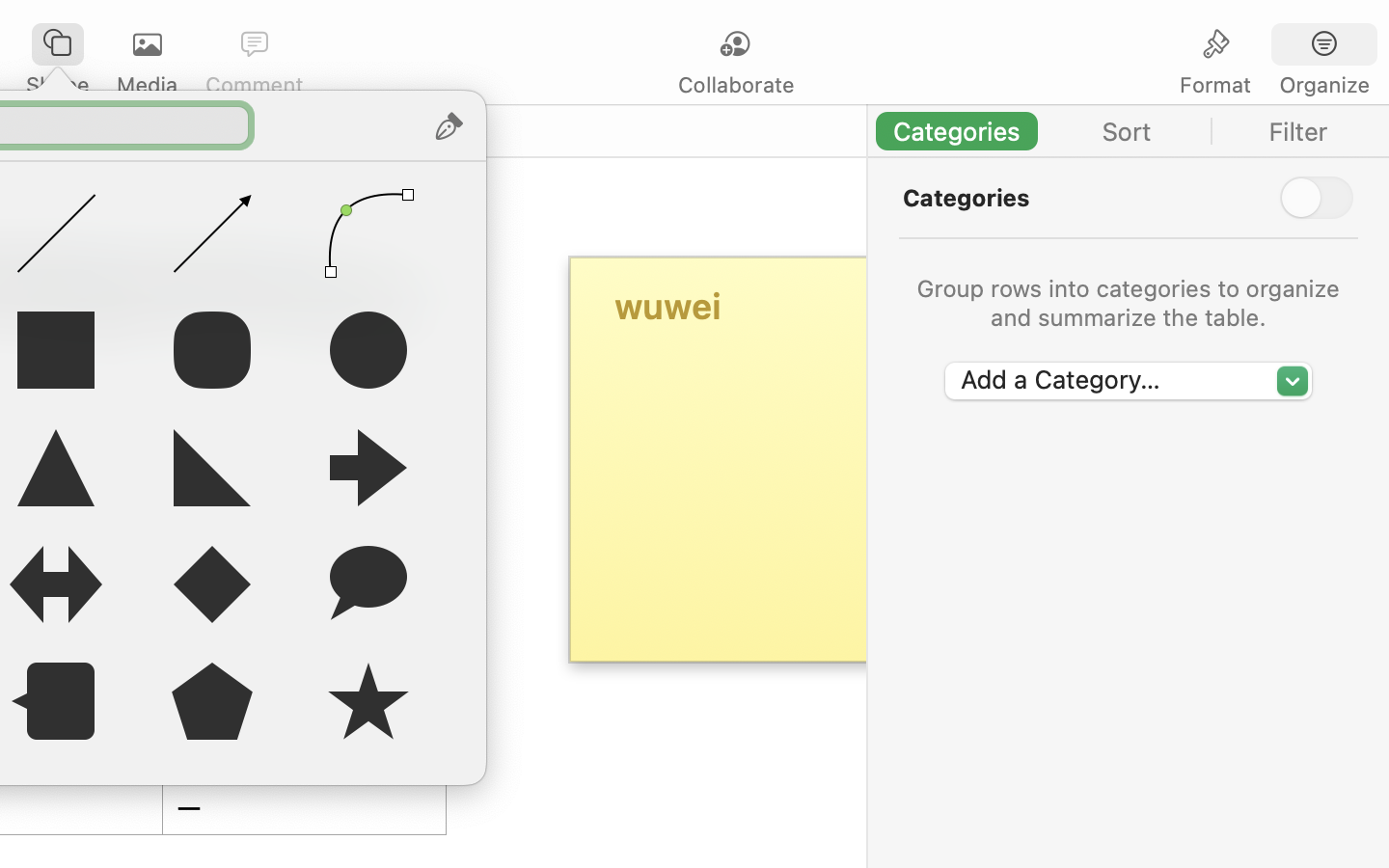 The width and height of the screenshot is (1389, 868). Describe the element at coordinates (1322, 84) in the screenshot. I see `'Organize'` at that location.